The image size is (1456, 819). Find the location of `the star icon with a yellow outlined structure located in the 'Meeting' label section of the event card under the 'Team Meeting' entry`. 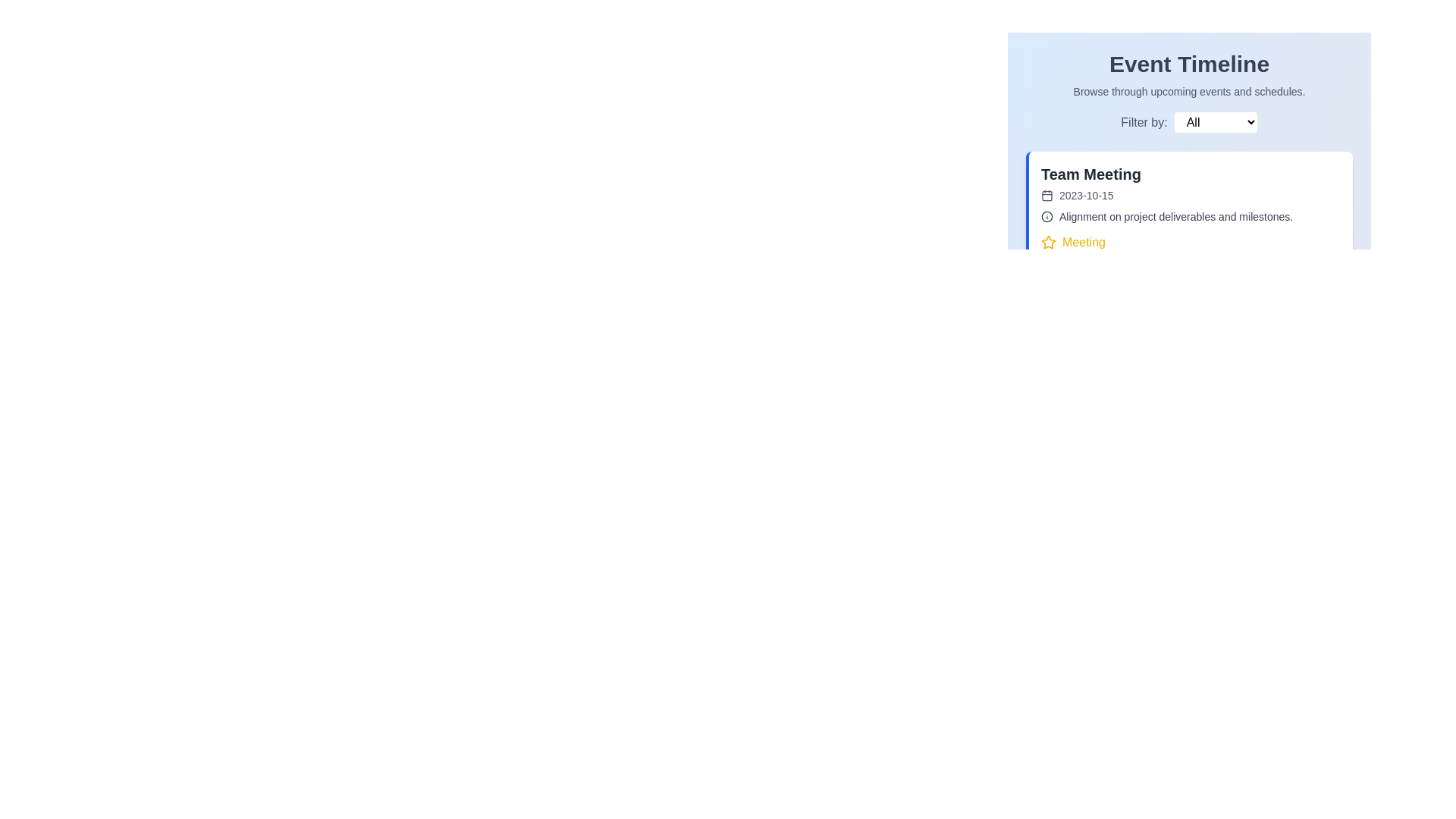

the star icon with a yellow outlined structure located in the 'Meeting' label section of the event card under the 'Team Meeting' entry is located at coordinates (1047, 241).